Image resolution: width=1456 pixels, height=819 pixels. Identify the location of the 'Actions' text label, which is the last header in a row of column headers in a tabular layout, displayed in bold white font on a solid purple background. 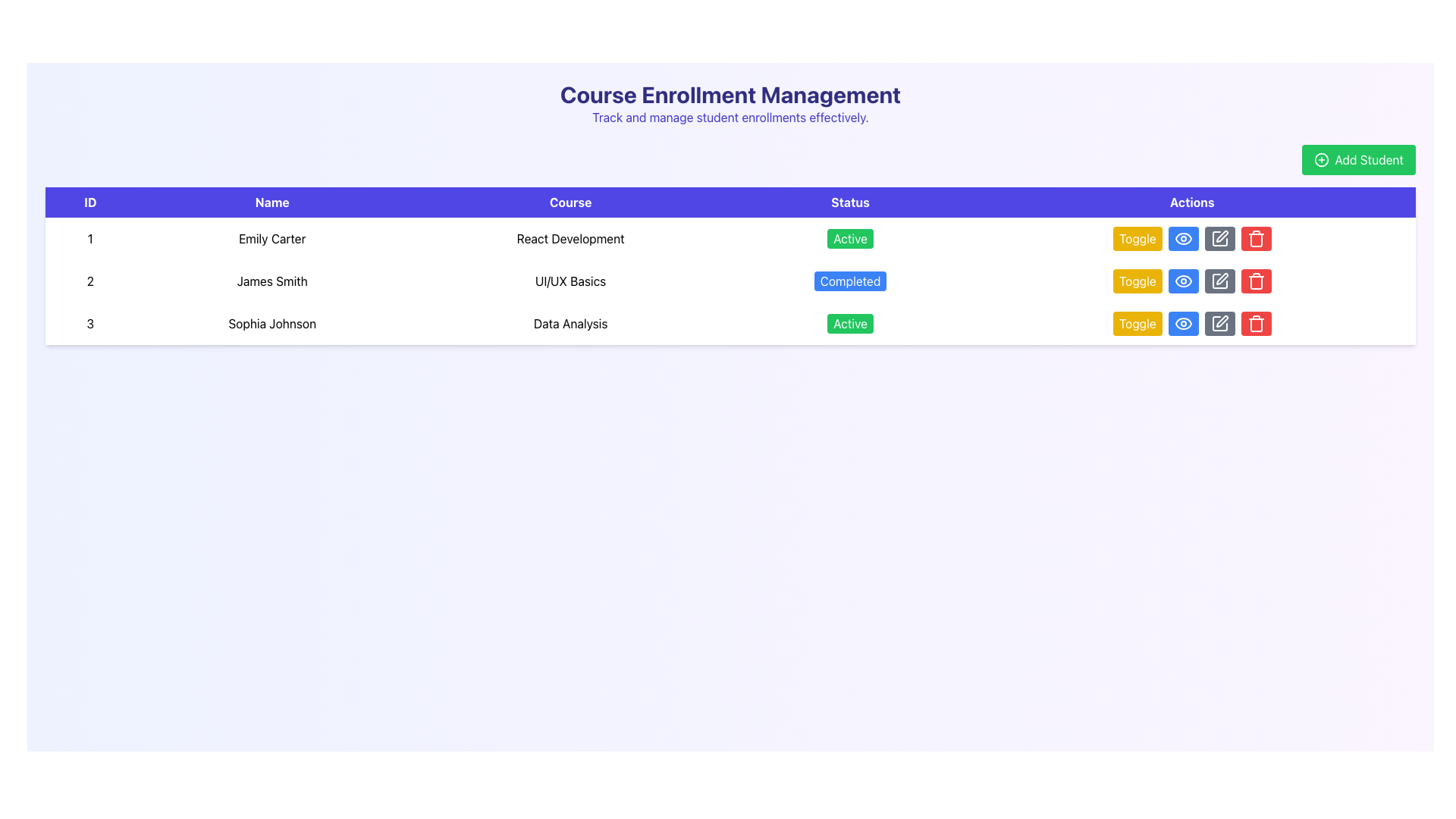
(1191, 201).